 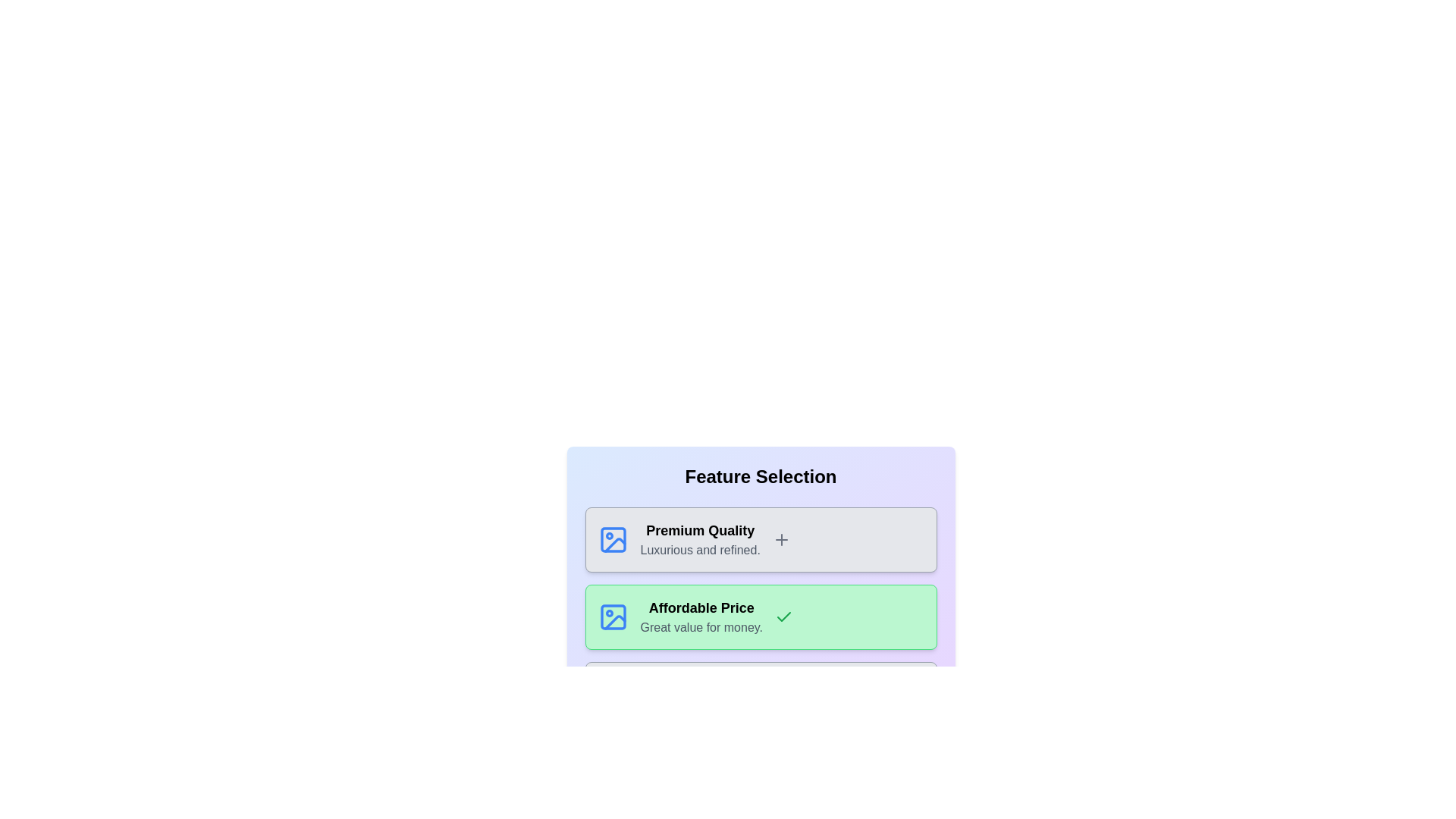 I want to click on the card labeled 'Premium Quality', so click(x=761, y=539).